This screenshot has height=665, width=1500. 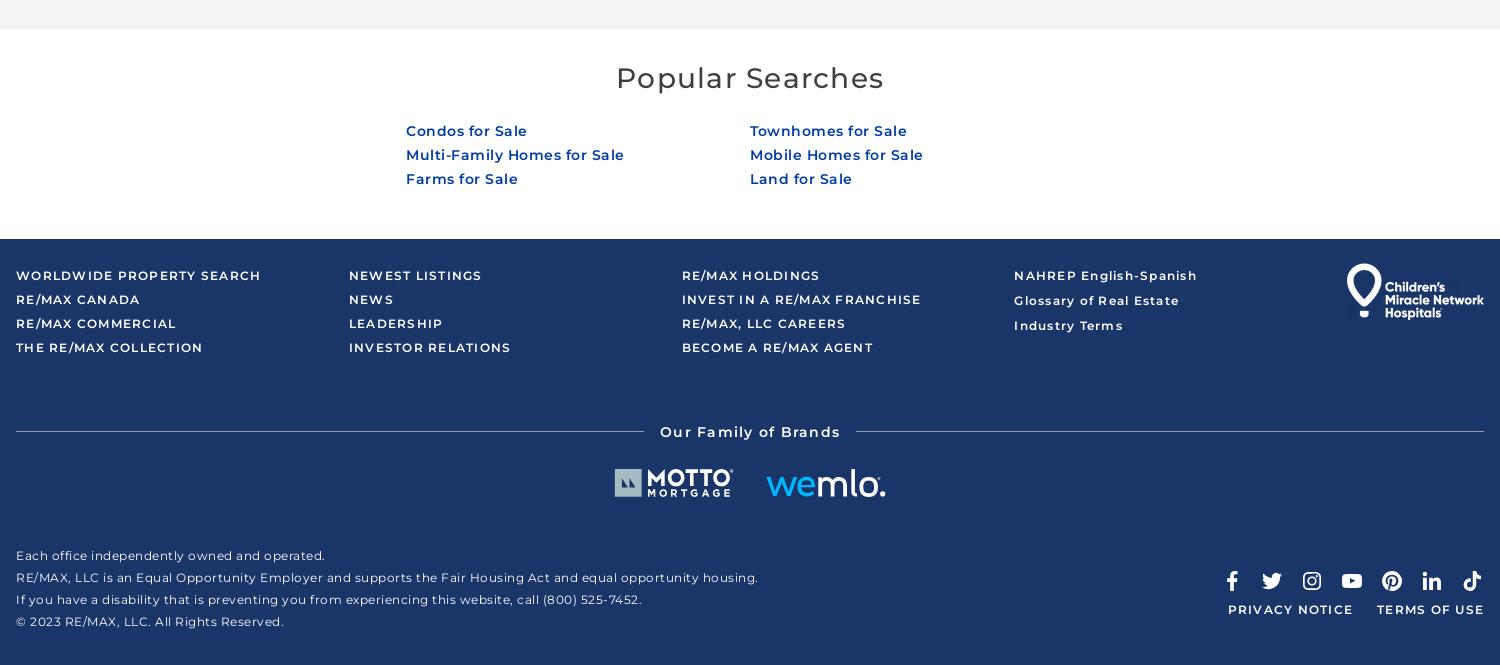 I want to click on 'Listings', so click(x=447, y=274).